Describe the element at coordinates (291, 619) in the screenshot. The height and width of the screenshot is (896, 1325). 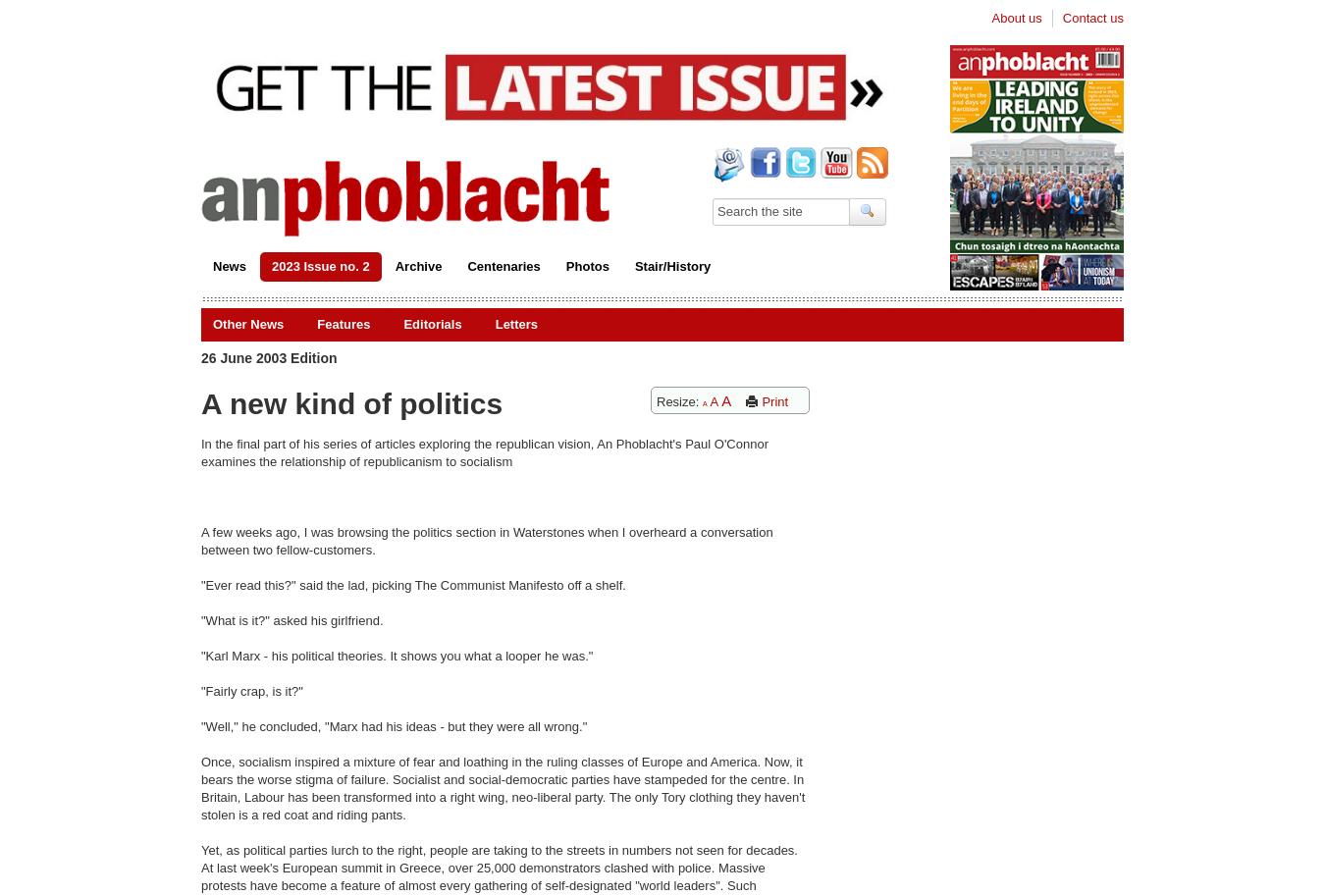
I see `'"What is it?" asked his girlfriend.'` at that location.